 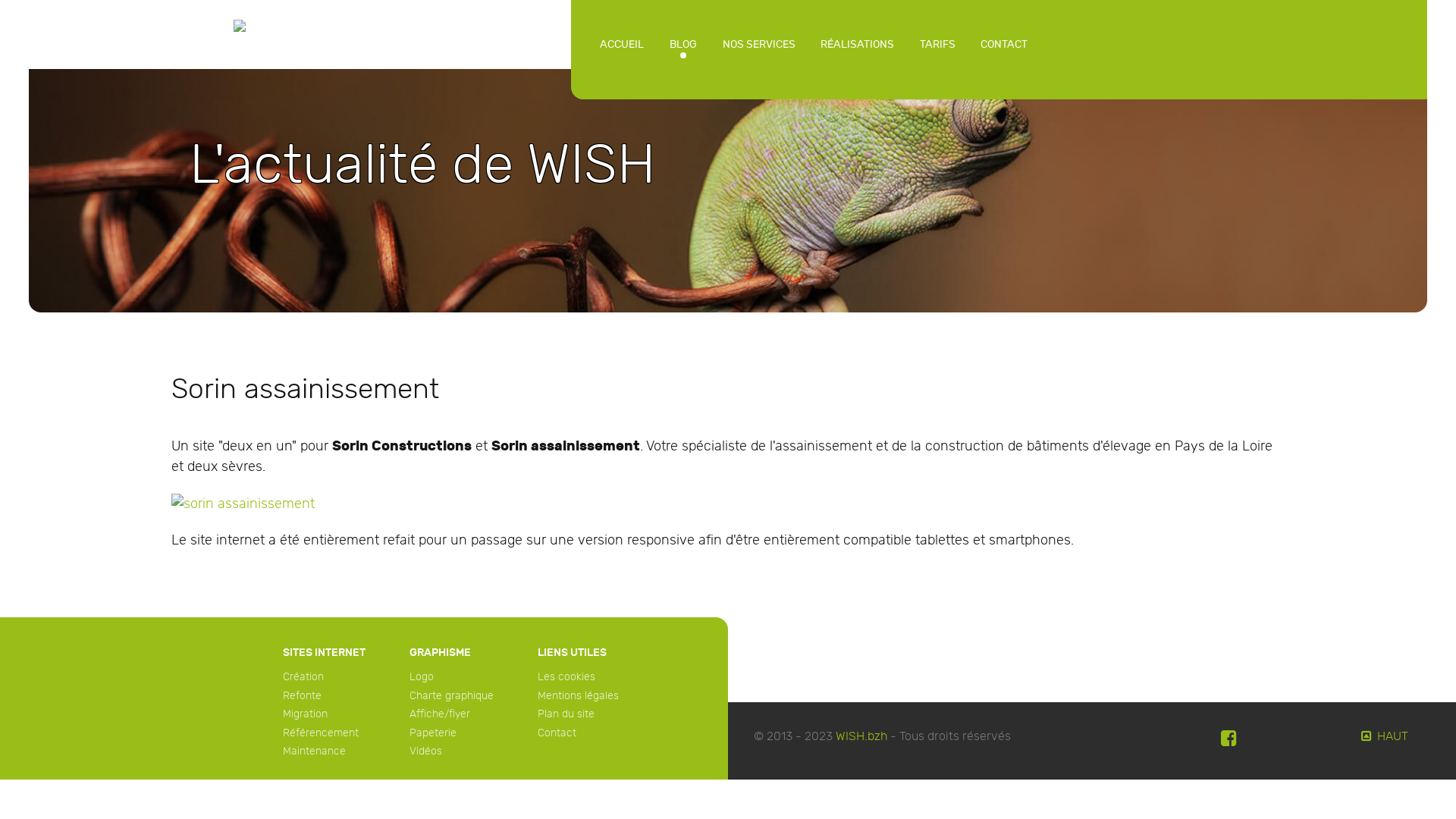 What do you see at coordinates (422, 676) in the screenshot?
I see `'Logo'` at bounding box center [422, 676].